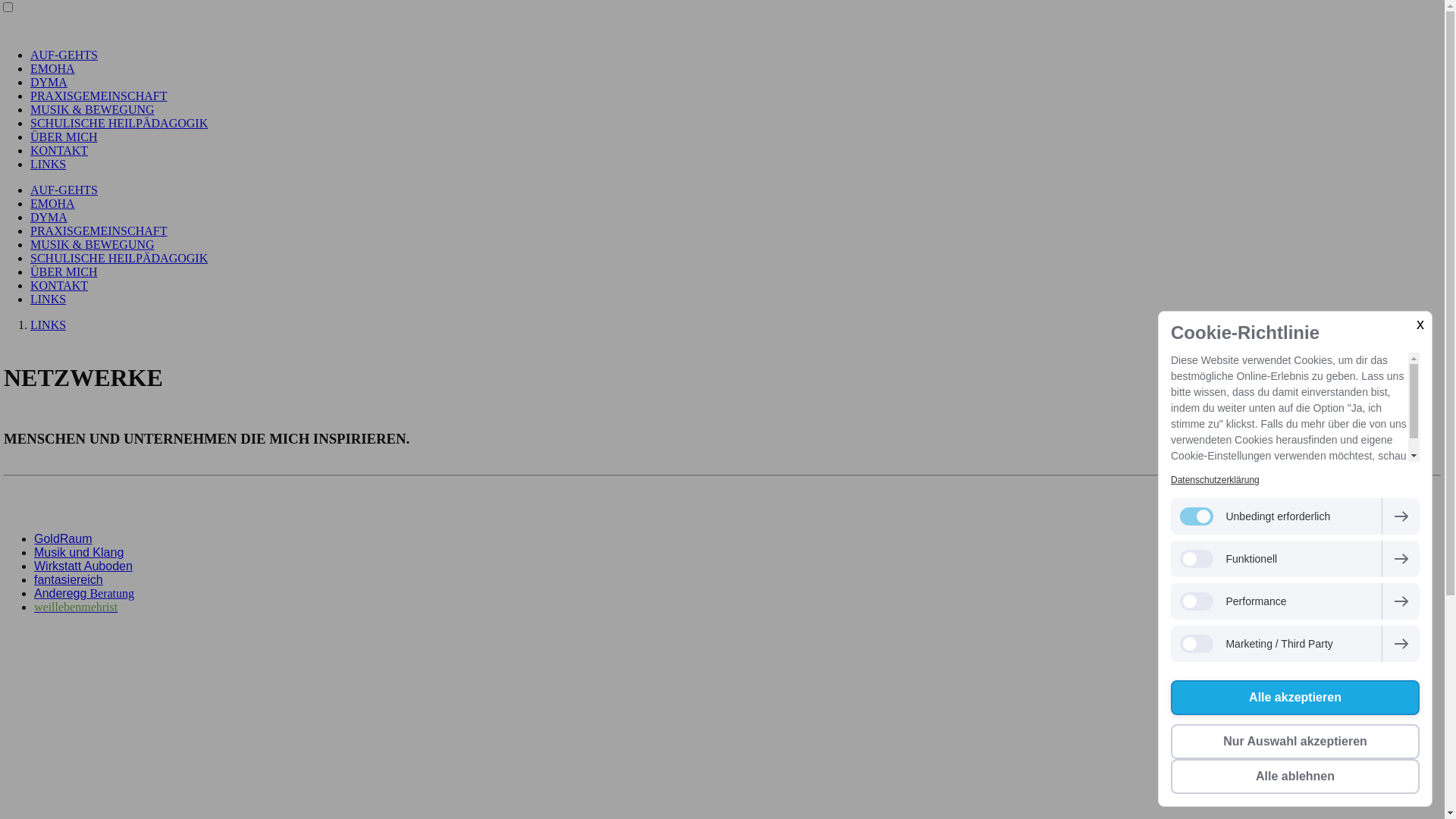  Describe the element at coordinates (67, 579) in the screenshot. I see `'fantasiereich'` at that location.